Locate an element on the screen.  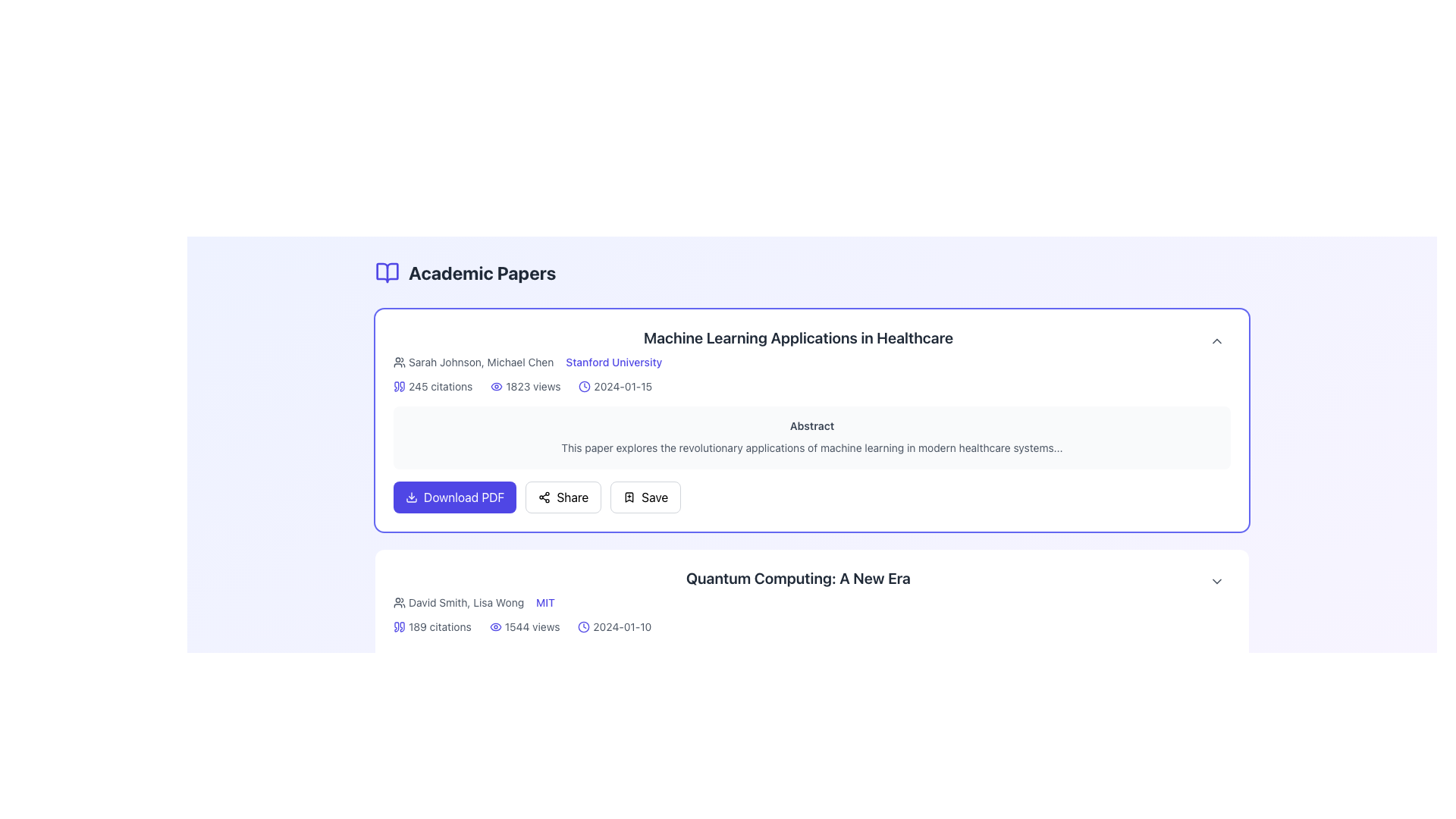
the text label that identifies the university or organization affiliated with the authors of the research paper, located to the right of 'Sarah Johnson, Michael Chen' in the header of the research paper card is located at coordinates (613, 362).